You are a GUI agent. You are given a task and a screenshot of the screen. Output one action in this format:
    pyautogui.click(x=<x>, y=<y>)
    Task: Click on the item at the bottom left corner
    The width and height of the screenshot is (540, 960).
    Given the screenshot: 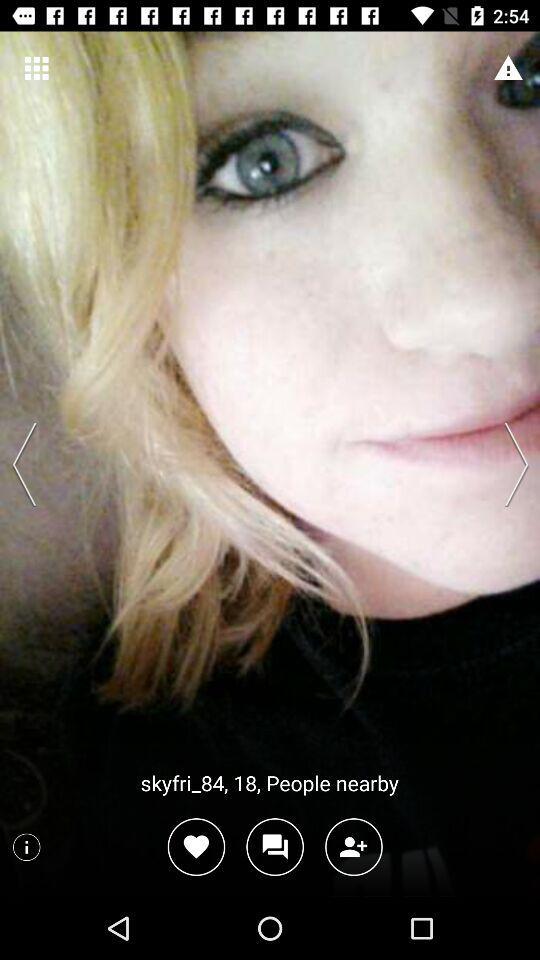 What is the action you would take?
    pyautogui.click(x=25, y=846)
    